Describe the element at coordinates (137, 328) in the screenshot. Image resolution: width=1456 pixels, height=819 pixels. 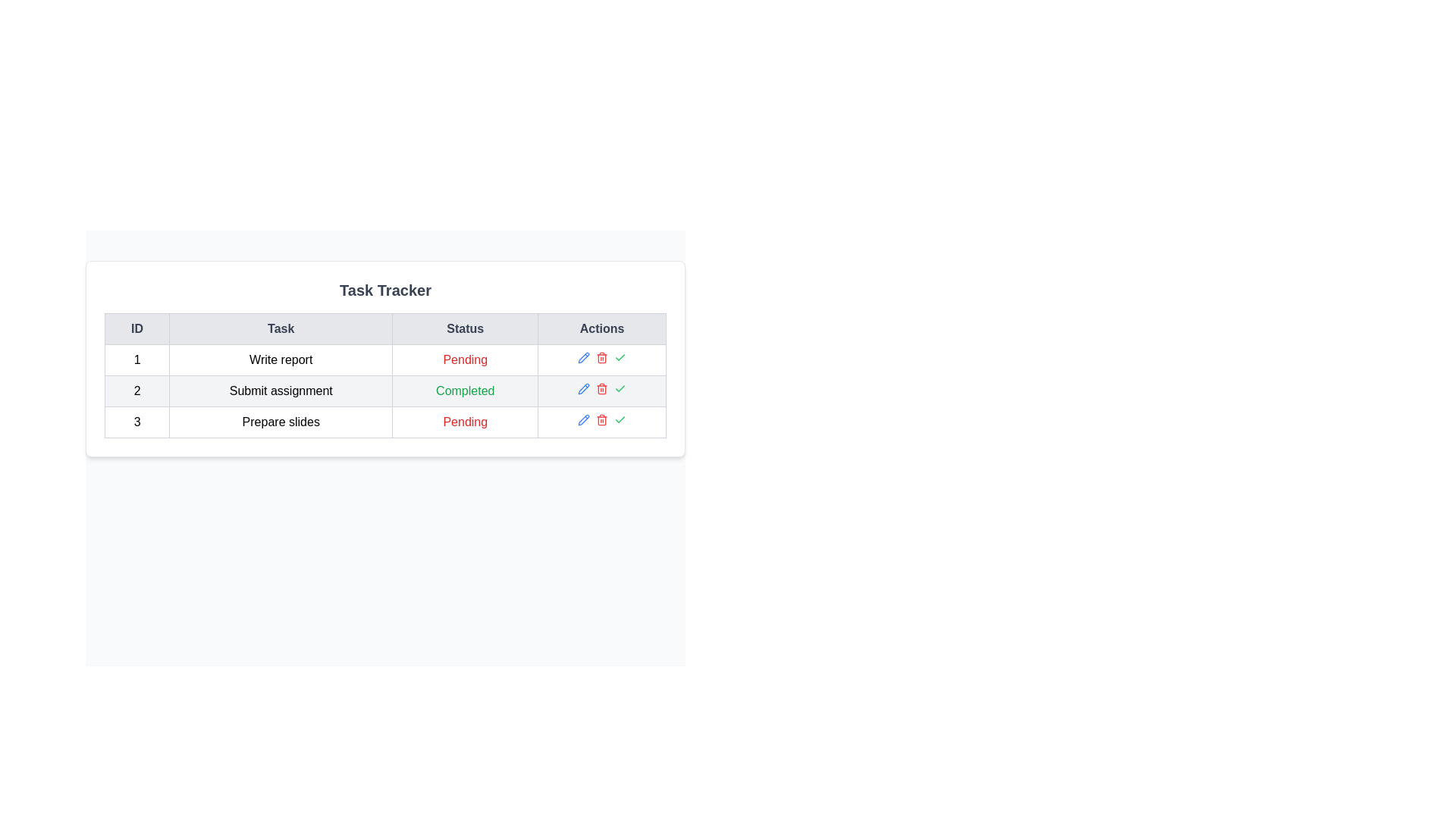
I see `the column header ID to sort the tasks` at that location.